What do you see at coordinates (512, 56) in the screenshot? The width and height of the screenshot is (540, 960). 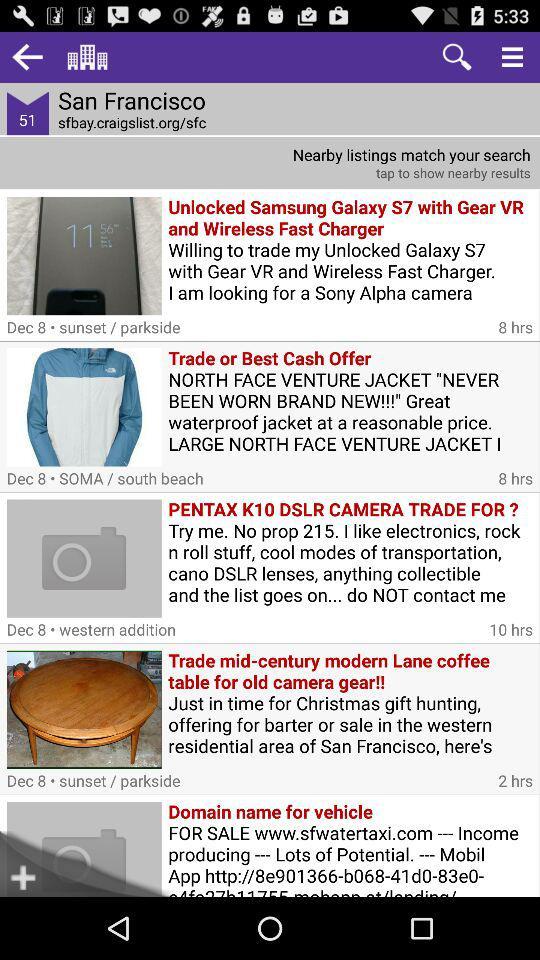 I see `menu` at bounding box center [512, 56].